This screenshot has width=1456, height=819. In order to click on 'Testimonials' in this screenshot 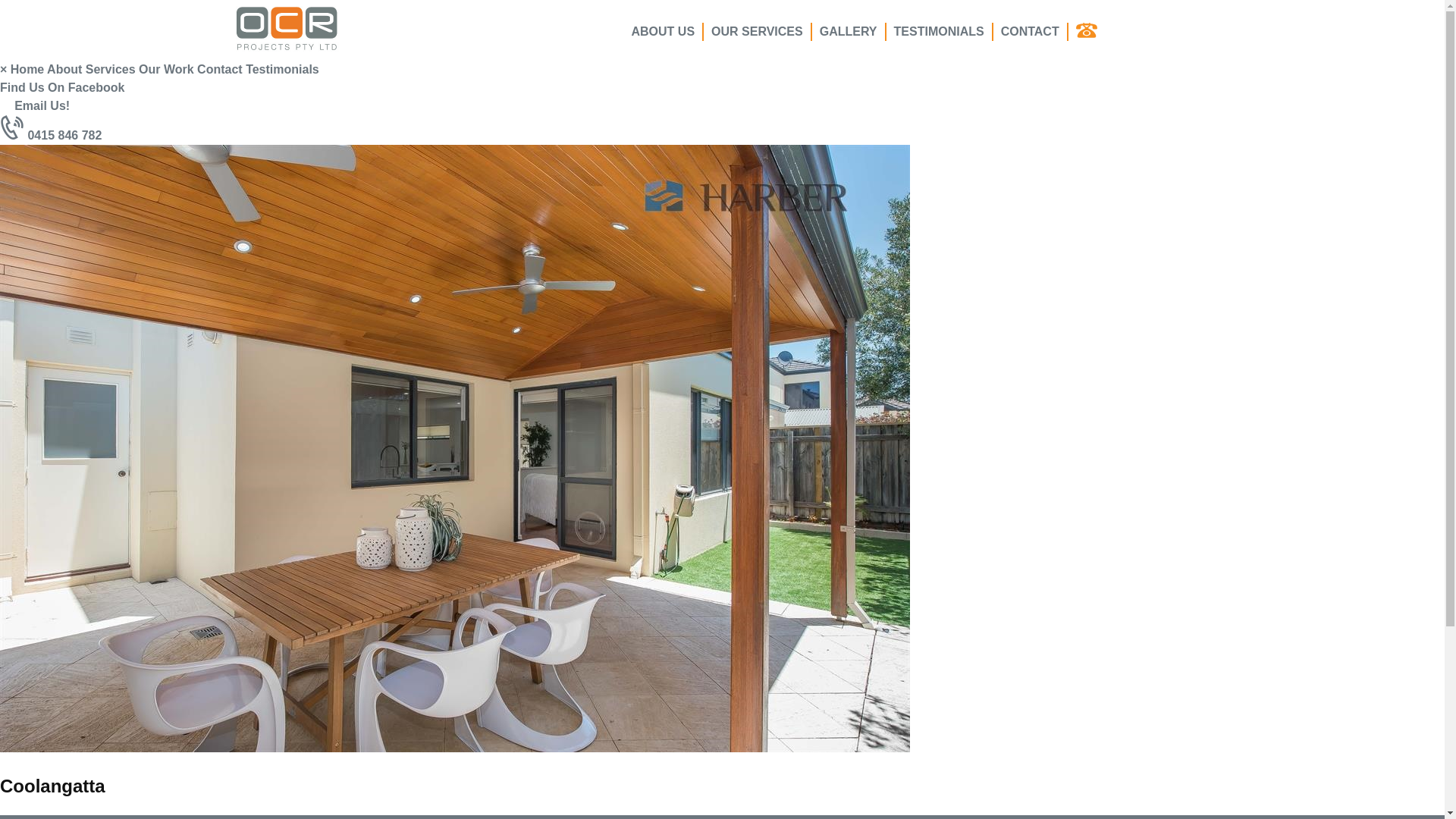, I will do `click(246, 69)`.